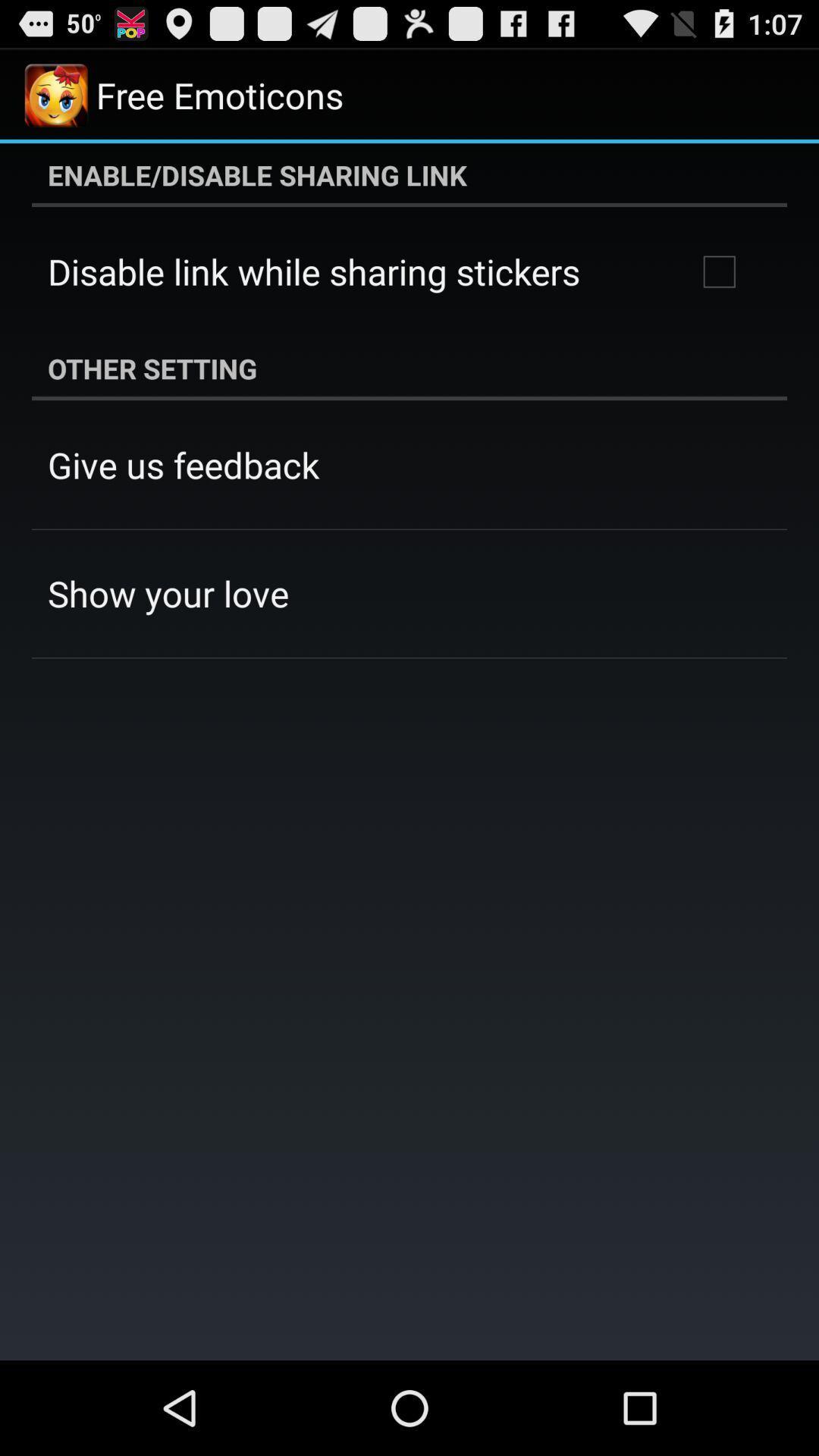  What do you see at coordinates (409, 368) in the screenshot?
I see `other setting icon` at bounding box center [409, 368].